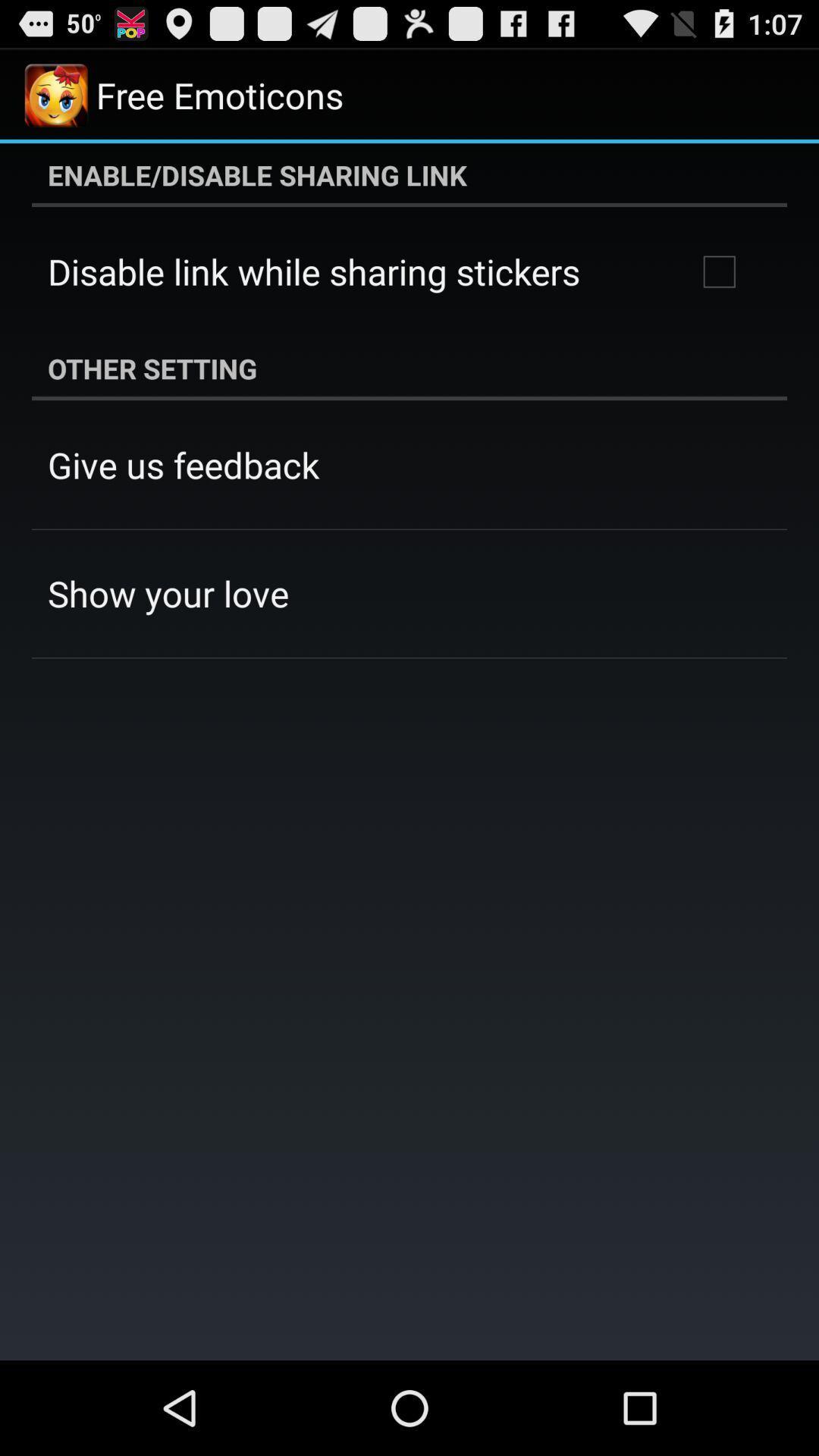  What do you see at coordinates (409, 368) in the screenshot?
I see `other setting icon` at bounding box center [409, 368].